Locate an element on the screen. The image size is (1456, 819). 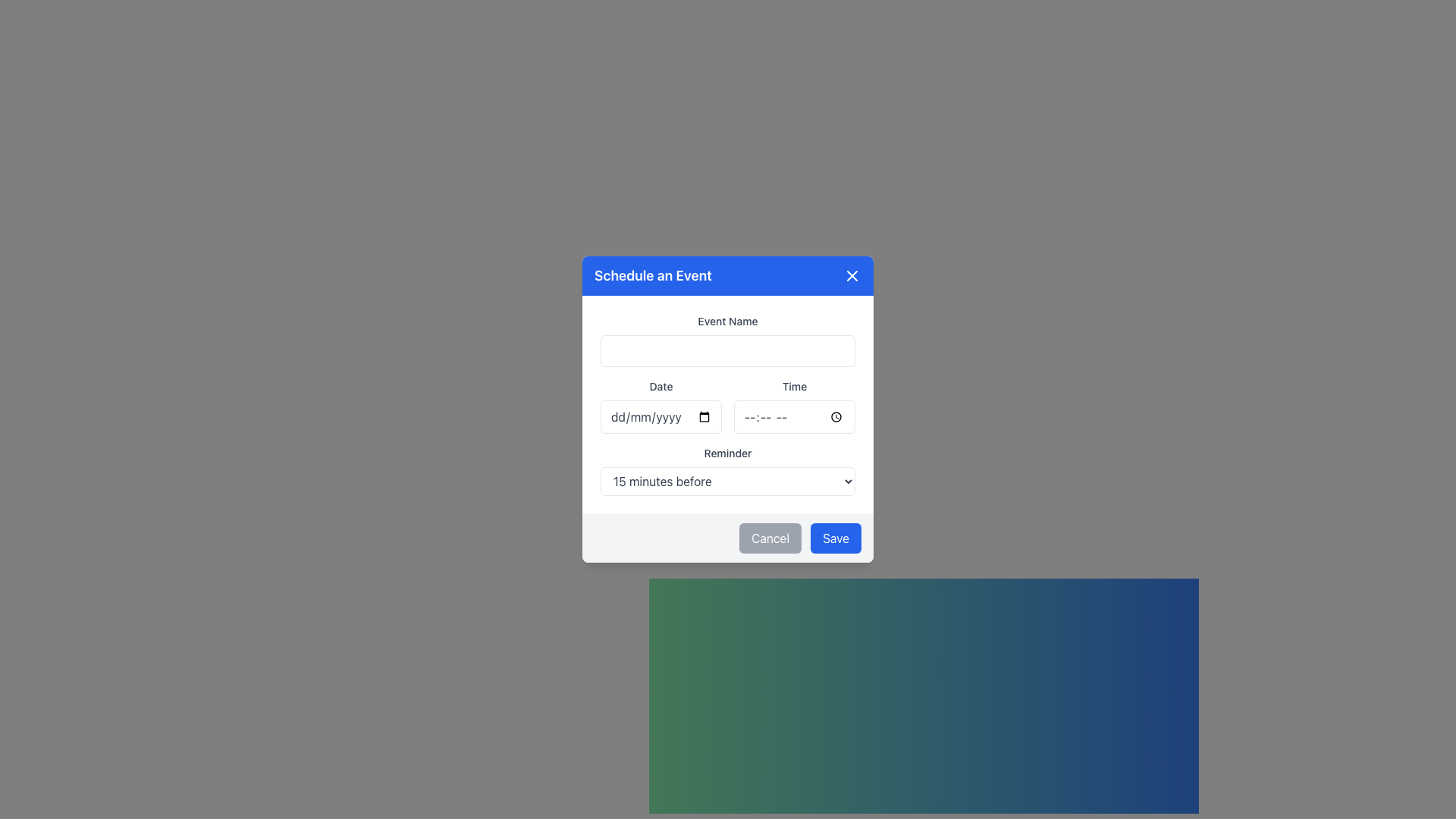
the 'Event Name' label, which displays the text in a medium-sized light gray font, located centrally in the 'Schedule an Event' modal above the event name input field is located at coordinates (728, 321).